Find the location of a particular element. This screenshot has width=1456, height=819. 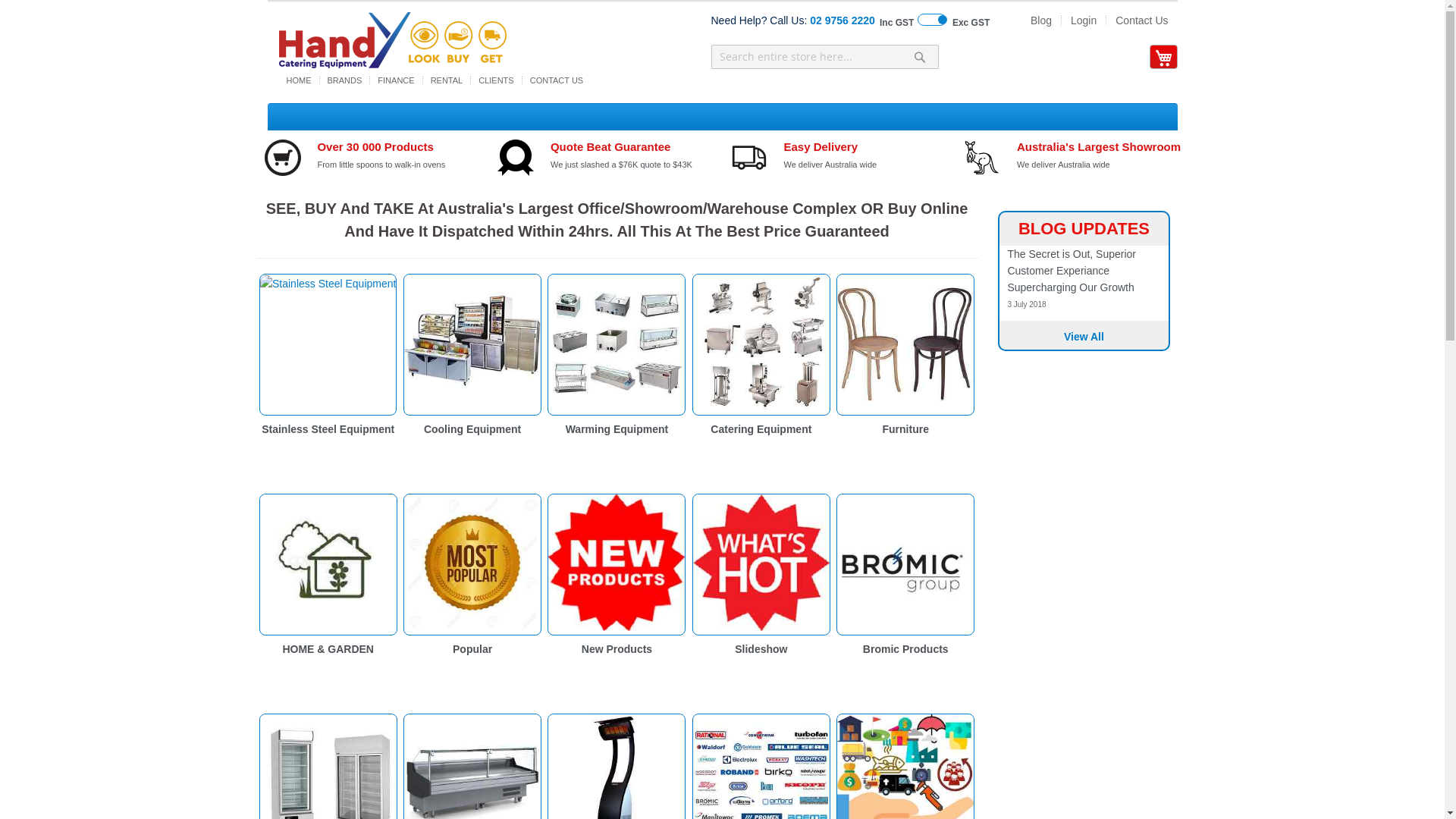

'FINANCE' is located at coordinates (370, 80).